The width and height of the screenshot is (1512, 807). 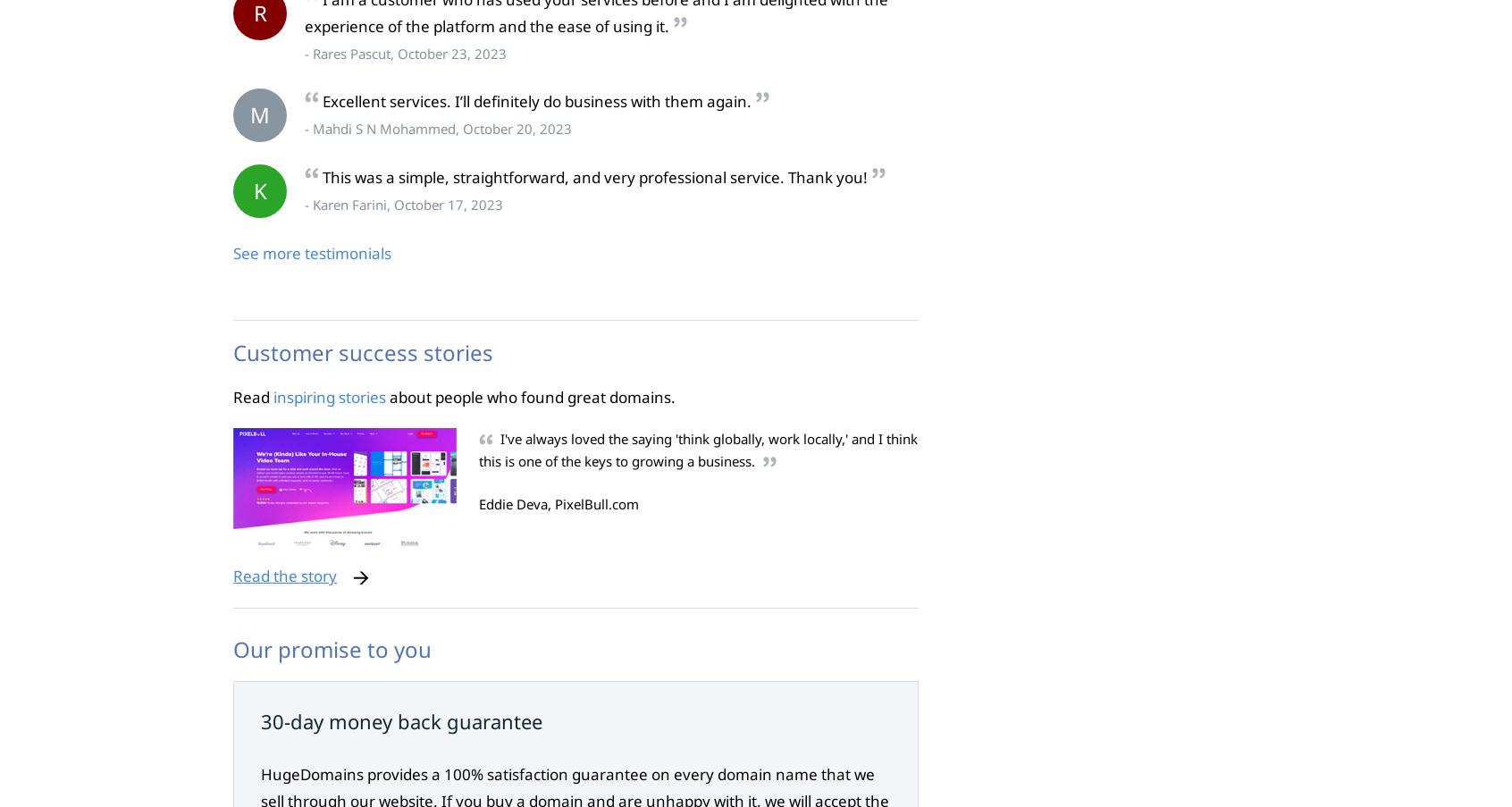 What do you see at coordinates (233, 649) in the screenshot?
I see `'Our promise to you'` at bounding box center [233, 649].